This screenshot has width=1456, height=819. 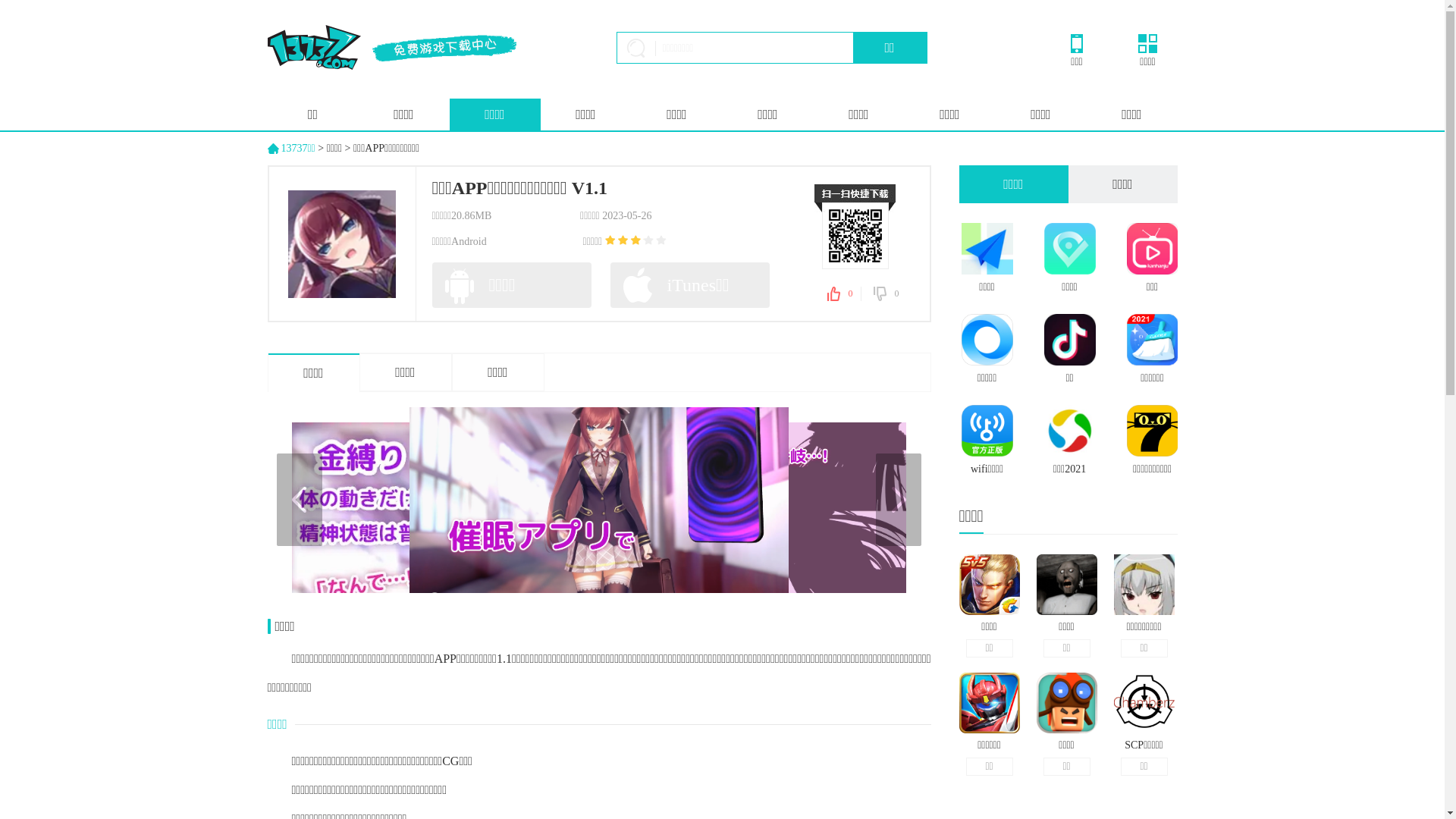 I want to click on '0', so click(x=843, y=293).